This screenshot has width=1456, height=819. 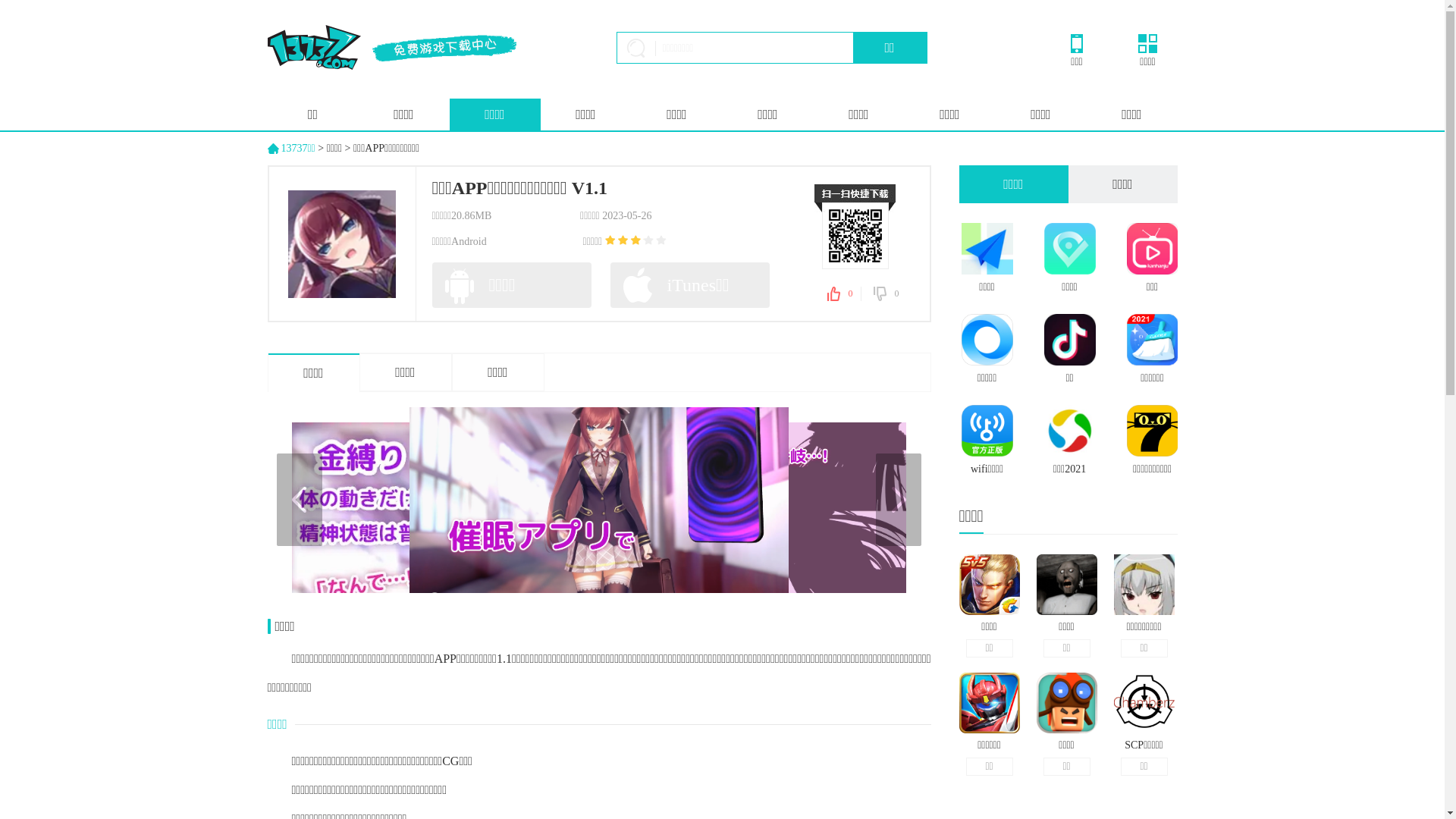 I want to click on '0', so click(x=843, y=293).